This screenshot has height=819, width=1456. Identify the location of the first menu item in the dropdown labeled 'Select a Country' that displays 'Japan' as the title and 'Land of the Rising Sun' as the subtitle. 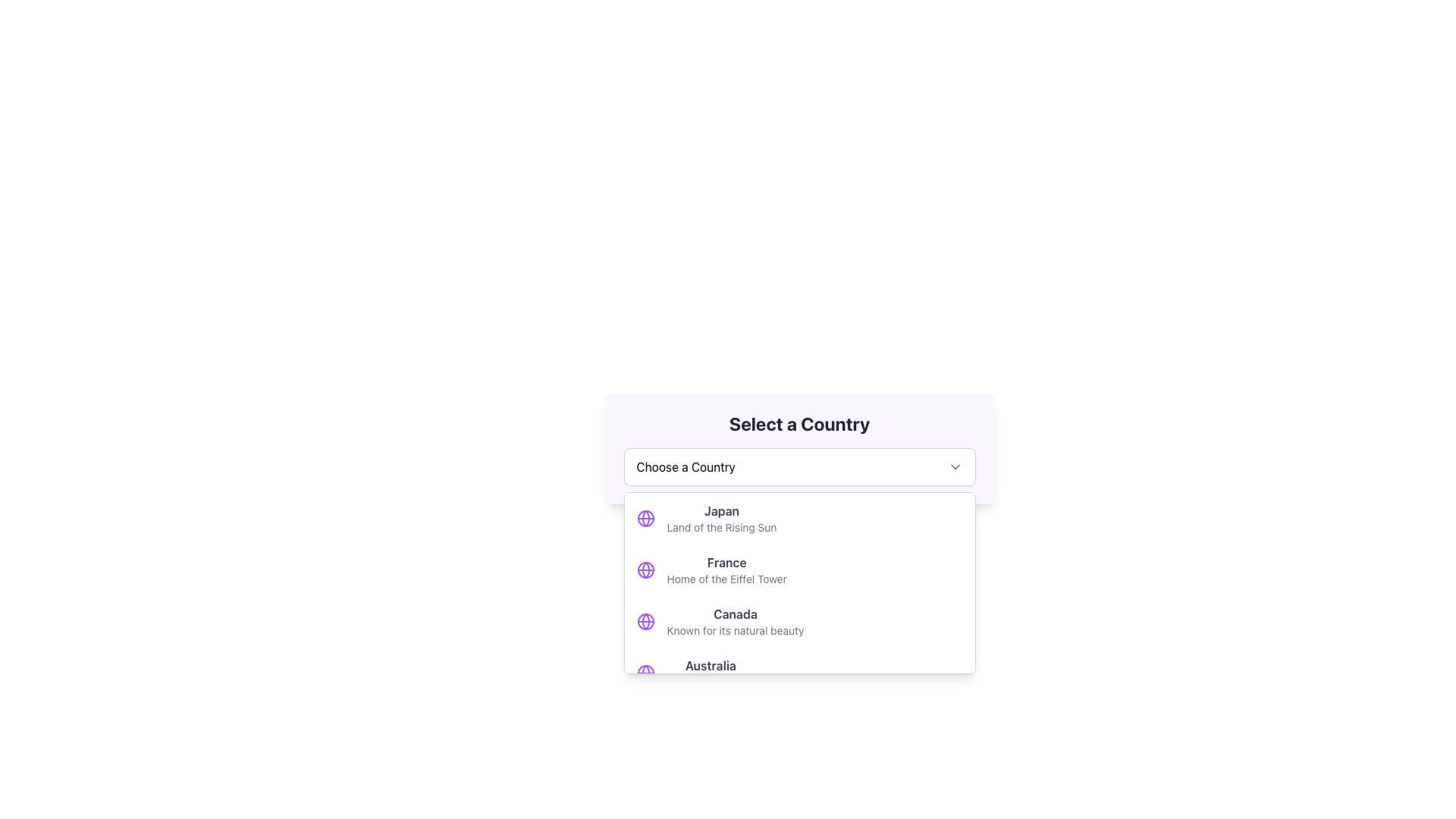
(720, 517).